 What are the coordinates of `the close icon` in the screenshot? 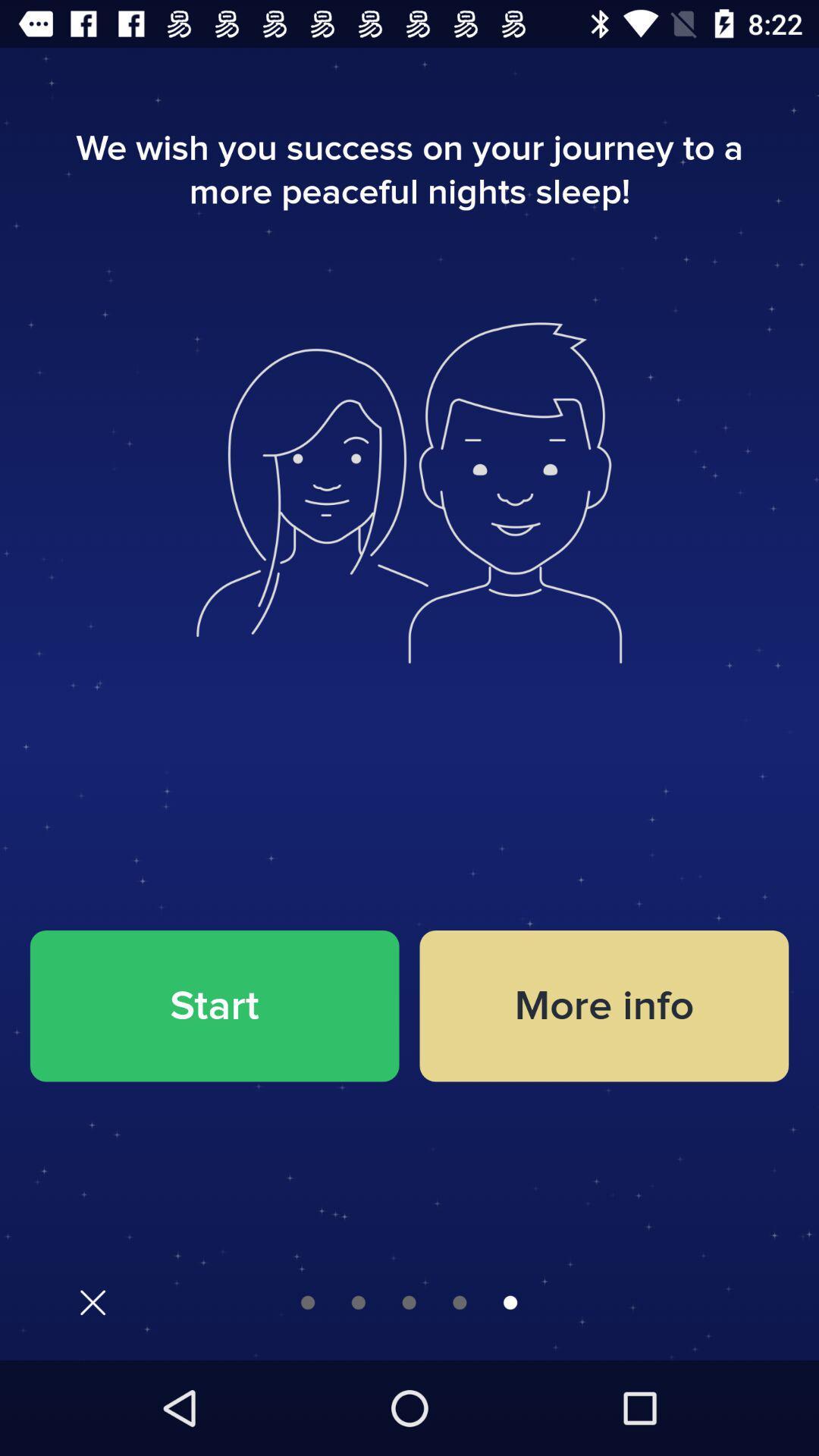 It's located at (93, 1301).